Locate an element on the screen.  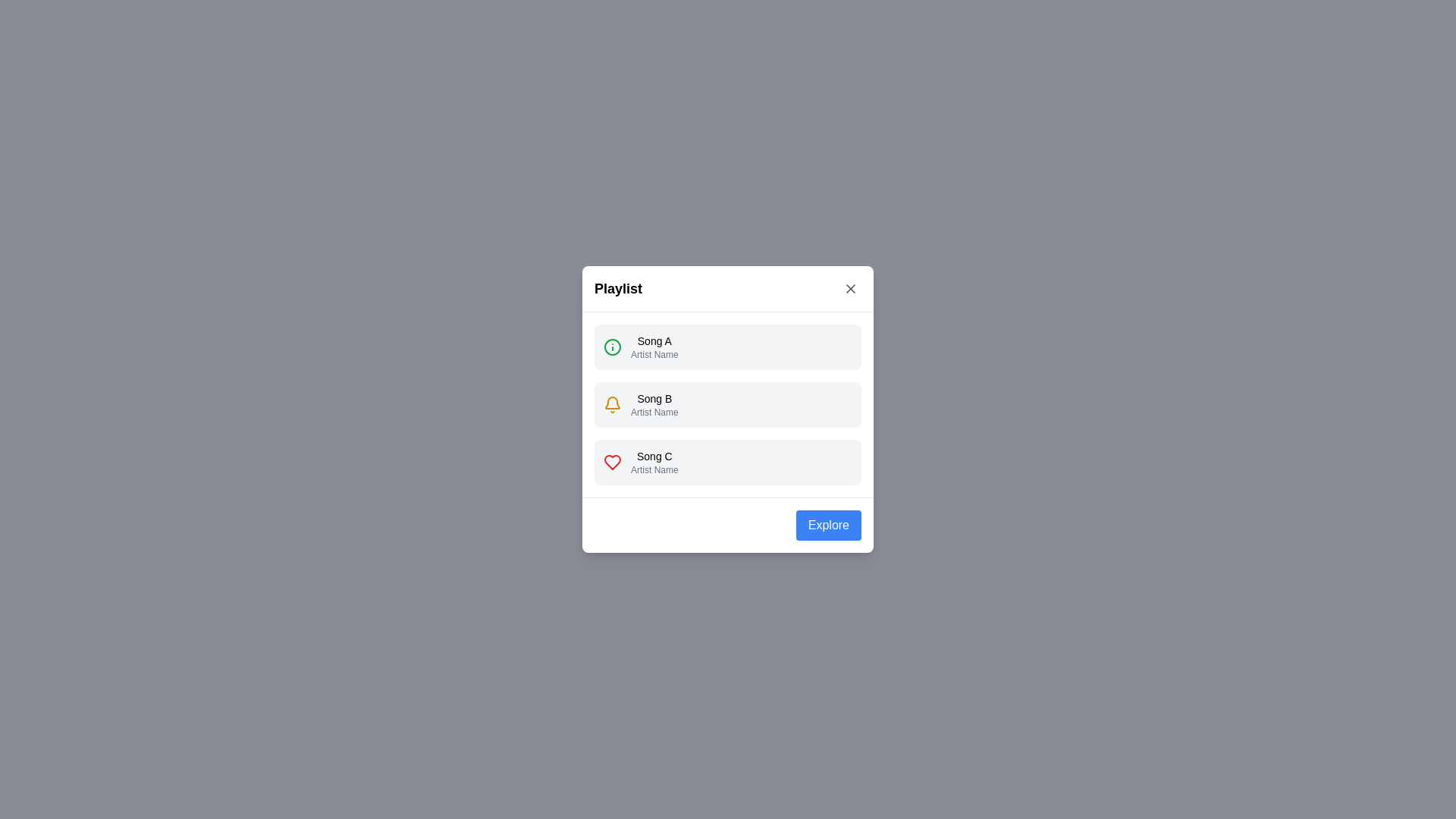
the bell icon for 'Song B' in the playlist, which signifies notifications or alerts for this song is located at coordinates (612, 403).